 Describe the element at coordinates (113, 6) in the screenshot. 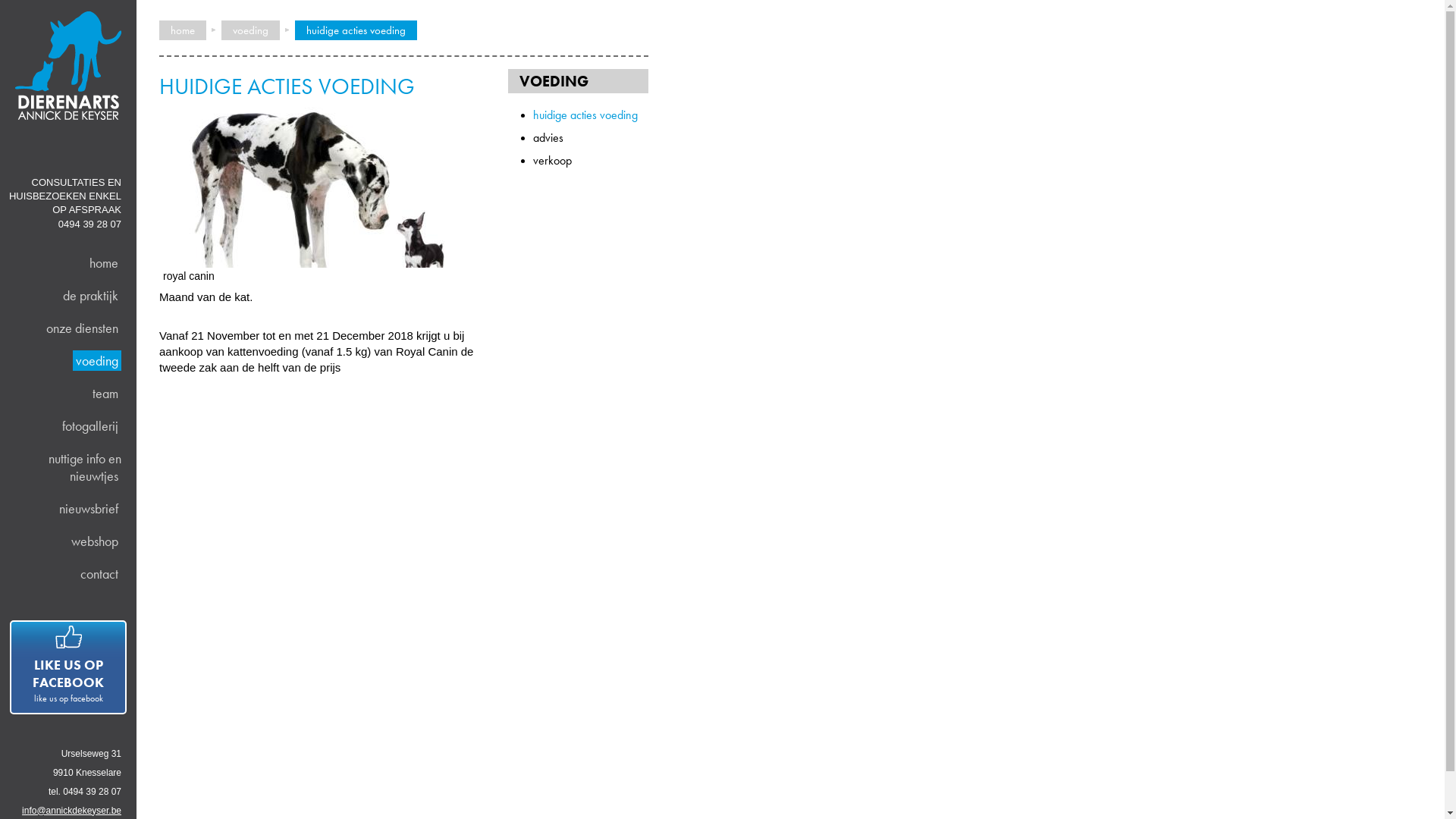

I see `'Overslaan en naar de algemene inhoud gaan'` at that location.